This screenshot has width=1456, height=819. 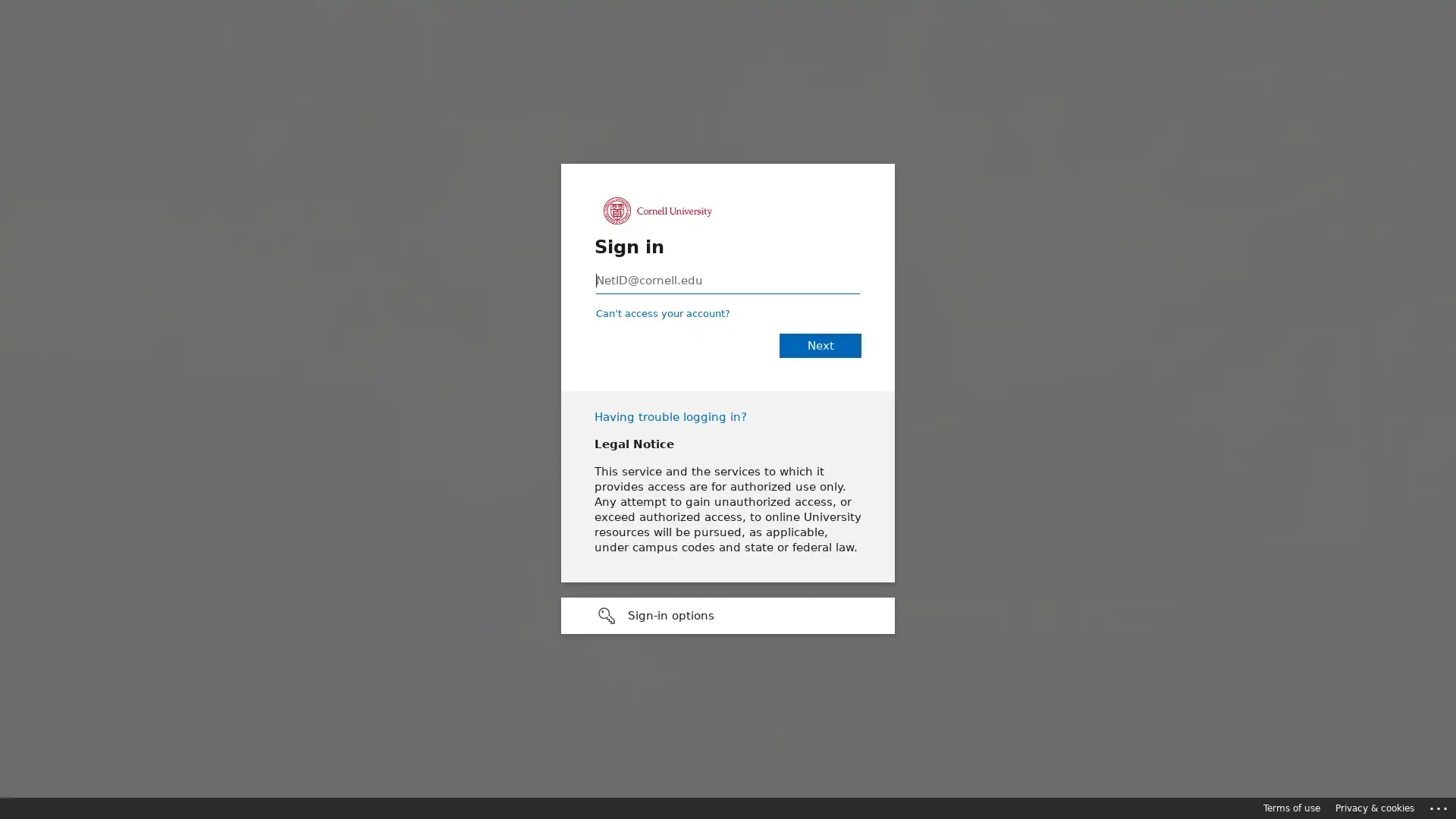 I want to click on Next, so click(x=819, y=345).